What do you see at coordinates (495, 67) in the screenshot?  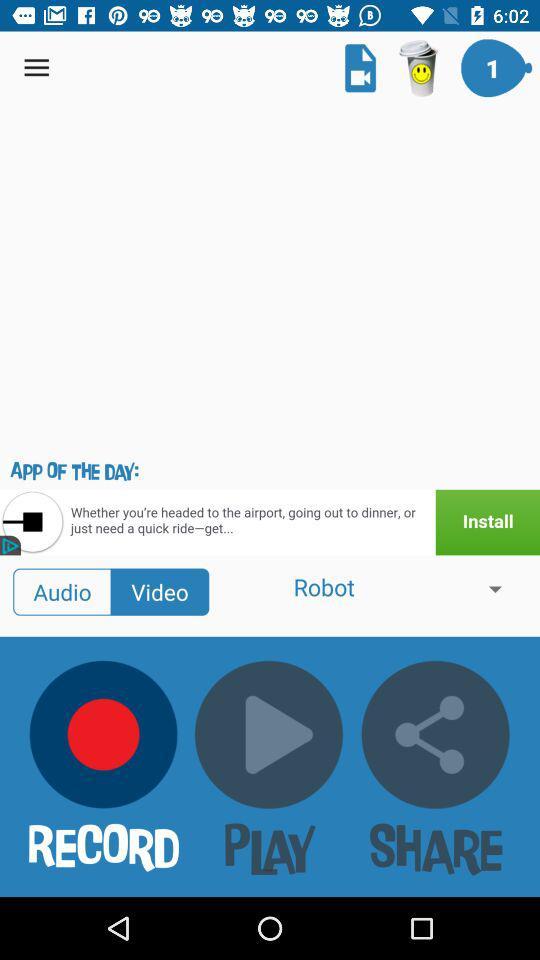 I see `the icon on top right corner of the page` at bounding box center [495, 67].